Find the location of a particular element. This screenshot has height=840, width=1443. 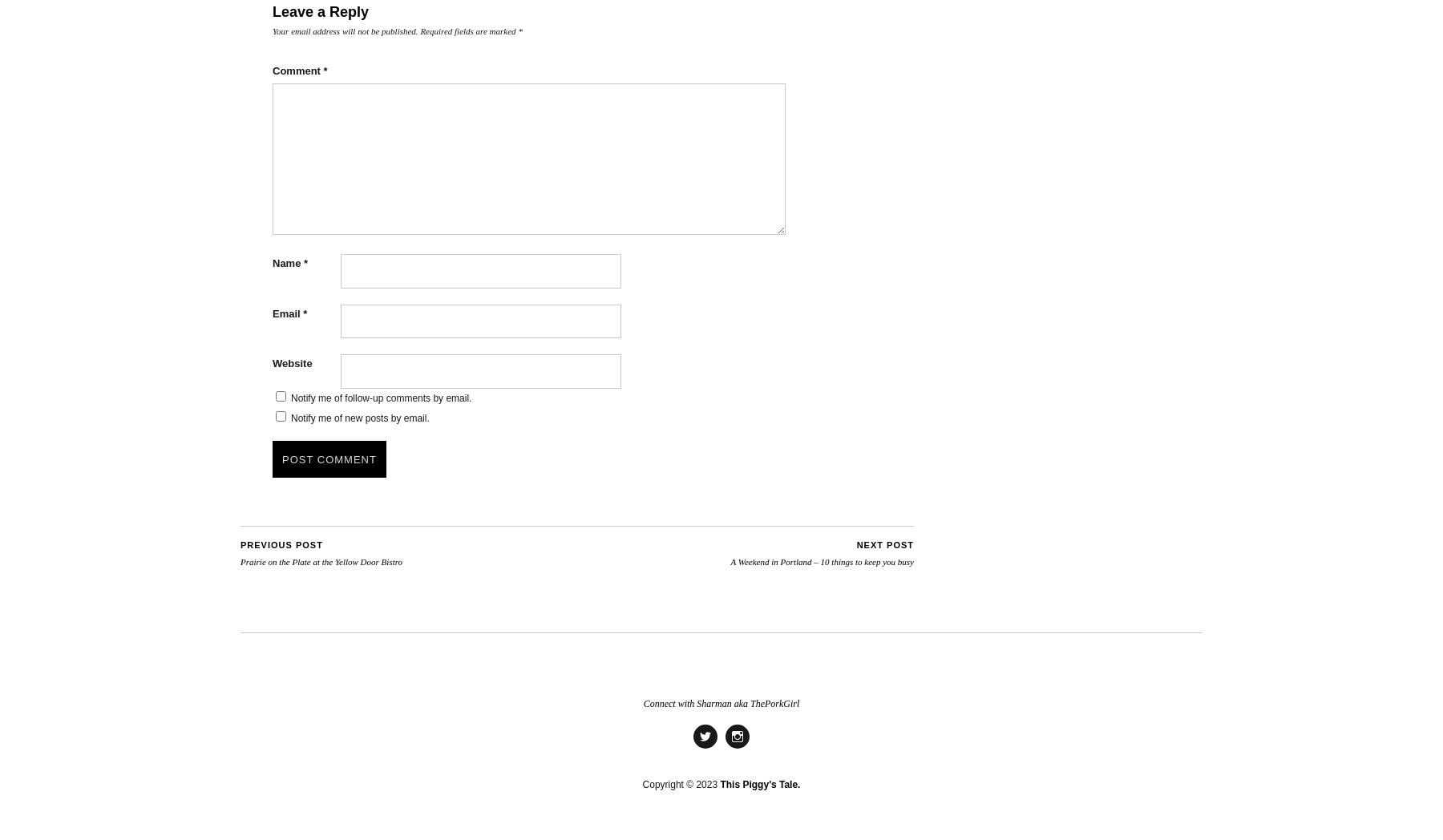

'Notify me of new posts by email.' is located at coordinates (359, 418).